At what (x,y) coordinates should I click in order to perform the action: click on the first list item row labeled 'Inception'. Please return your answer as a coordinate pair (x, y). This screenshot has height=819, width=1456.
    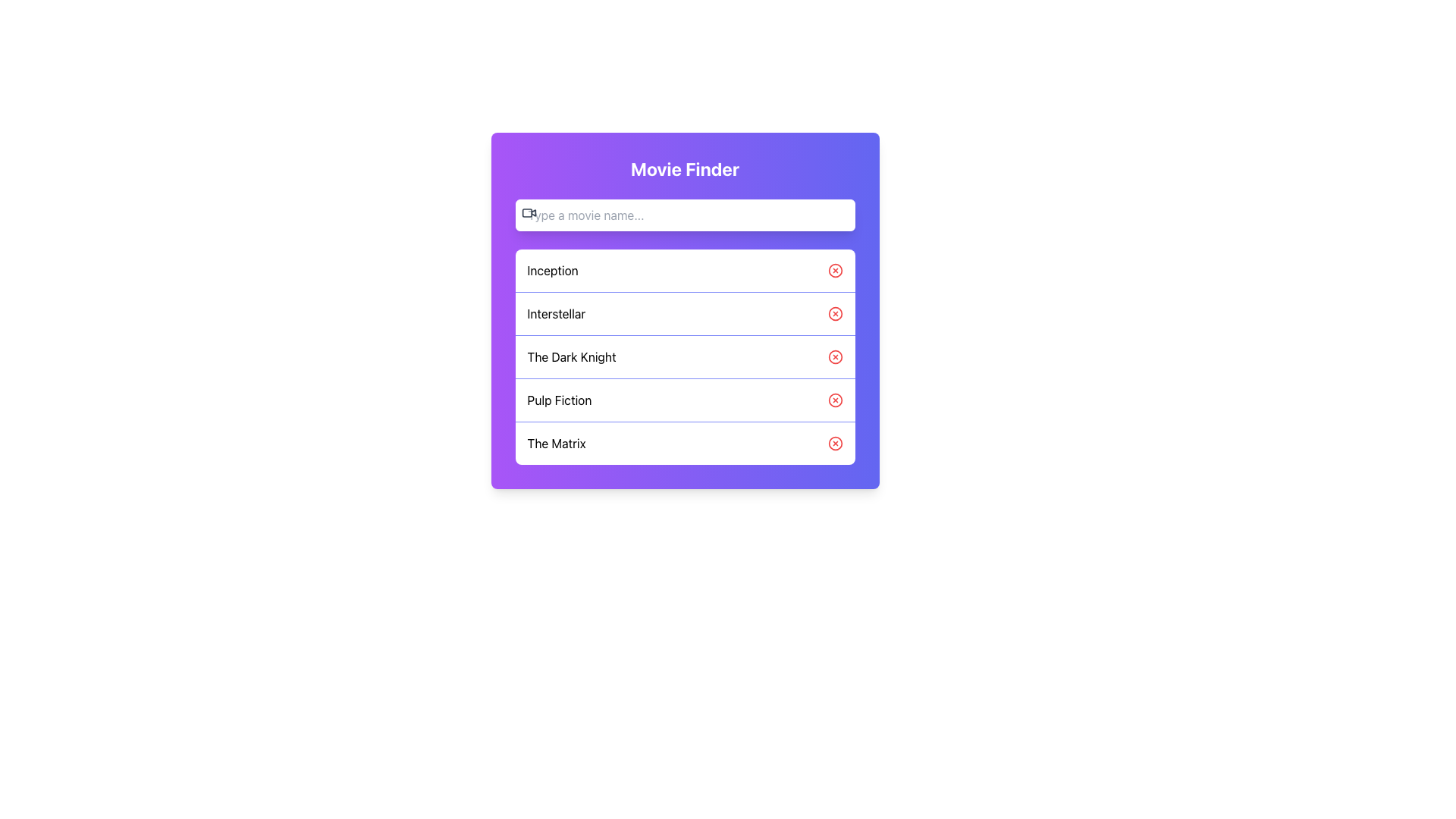
    Looking at the image, I should click on (684, 270).